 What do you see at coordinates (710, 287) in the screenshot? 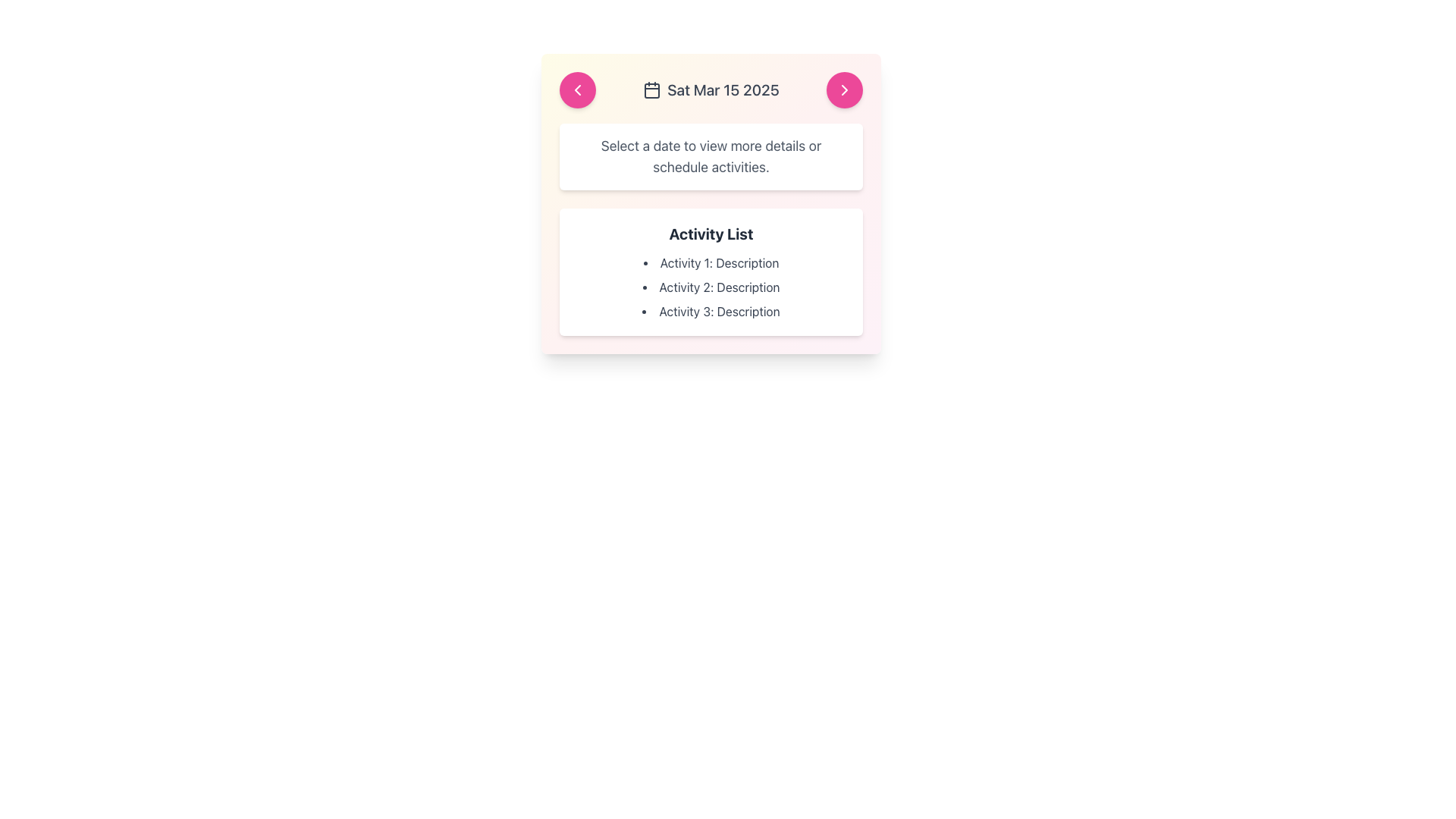
I see `the non-interactive Text List element displaying activities and their descriptions, located within the 'Activity List' section inside a white rectangular card` at bounding box center [710, 287].